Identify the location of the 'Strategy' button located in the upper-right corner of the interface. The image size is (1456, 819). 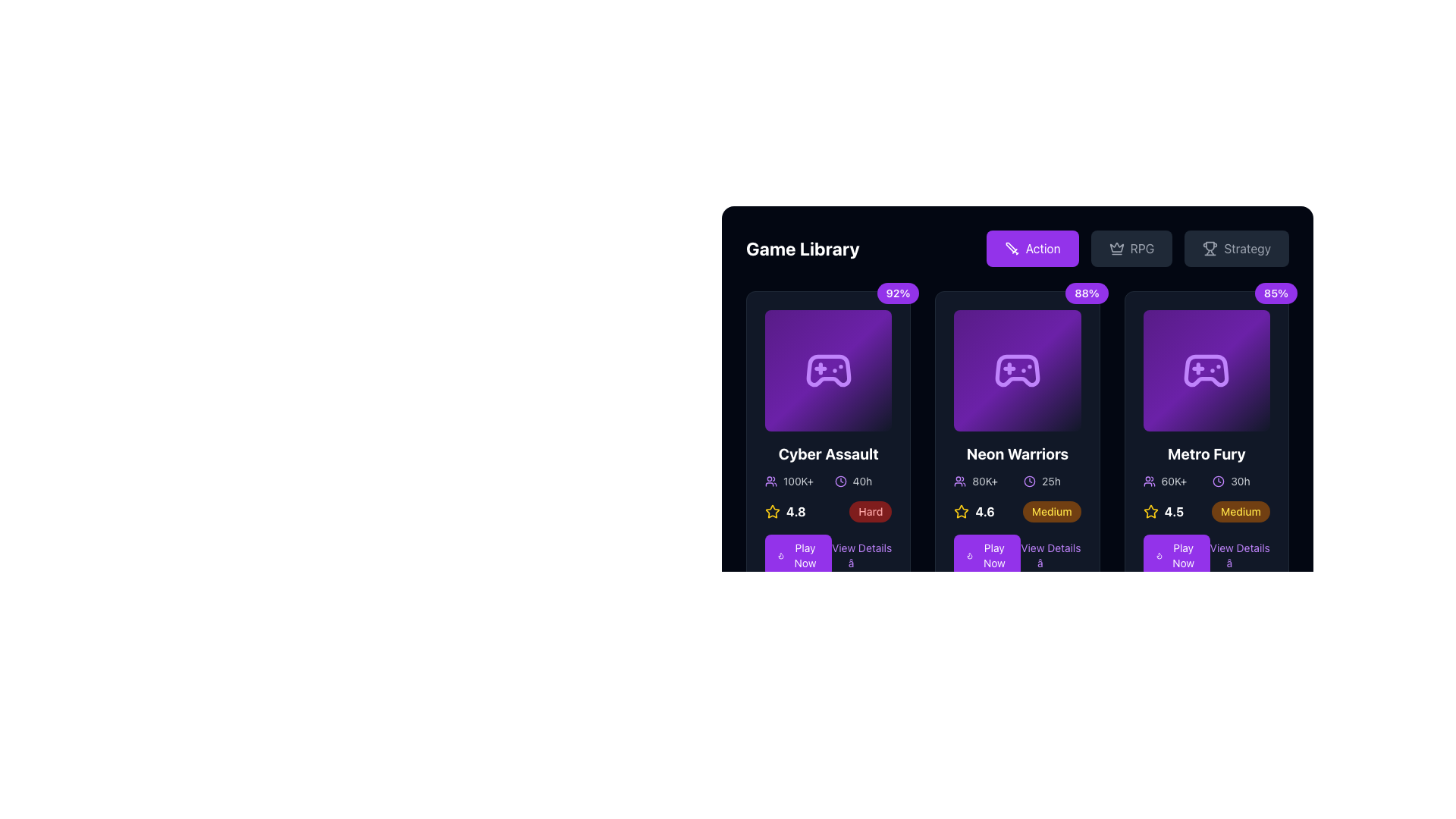
(1237, 247).